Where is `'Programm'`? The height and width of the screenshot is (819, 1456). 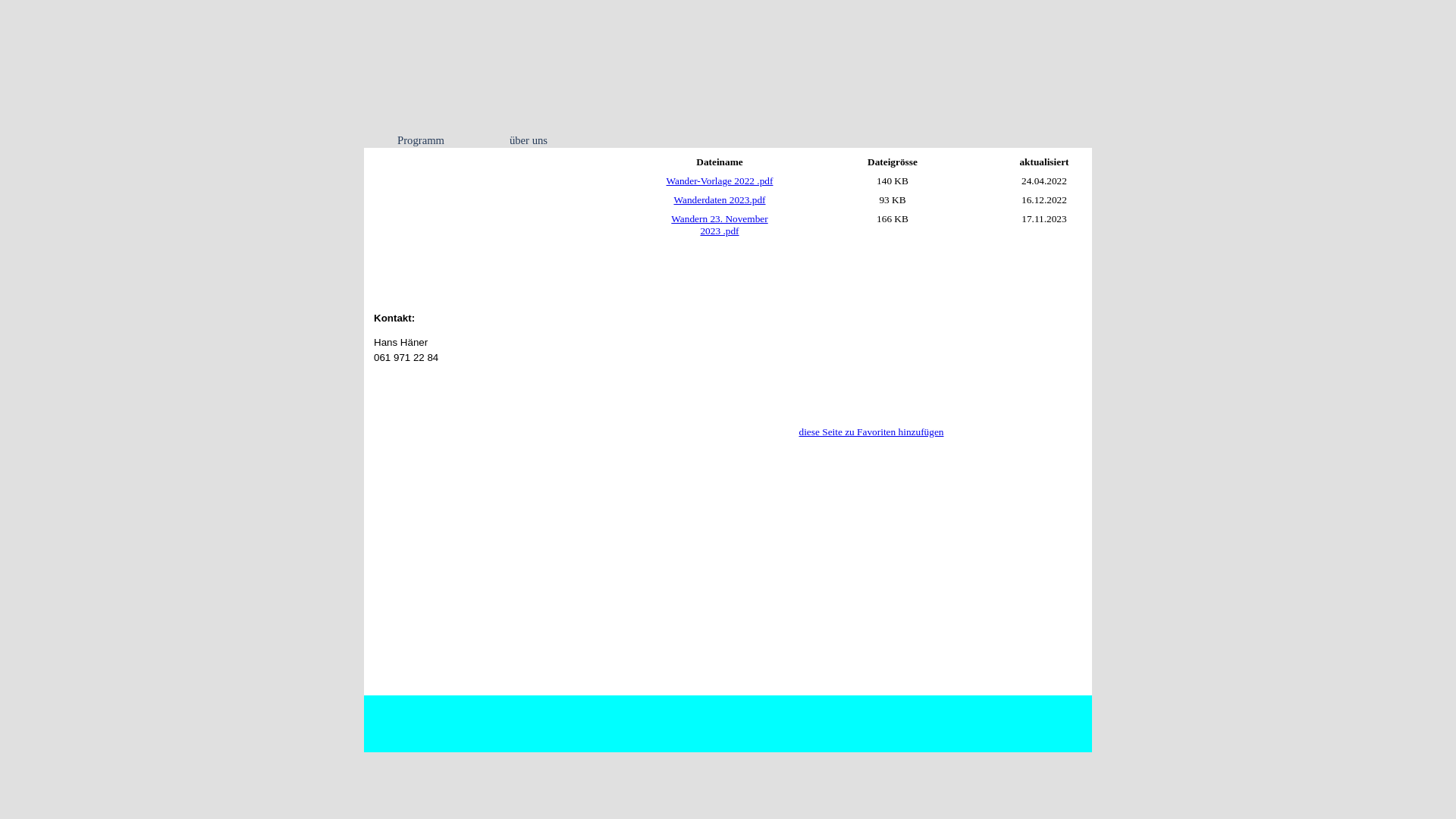 'Programm' is located at coordinates (421, 140).